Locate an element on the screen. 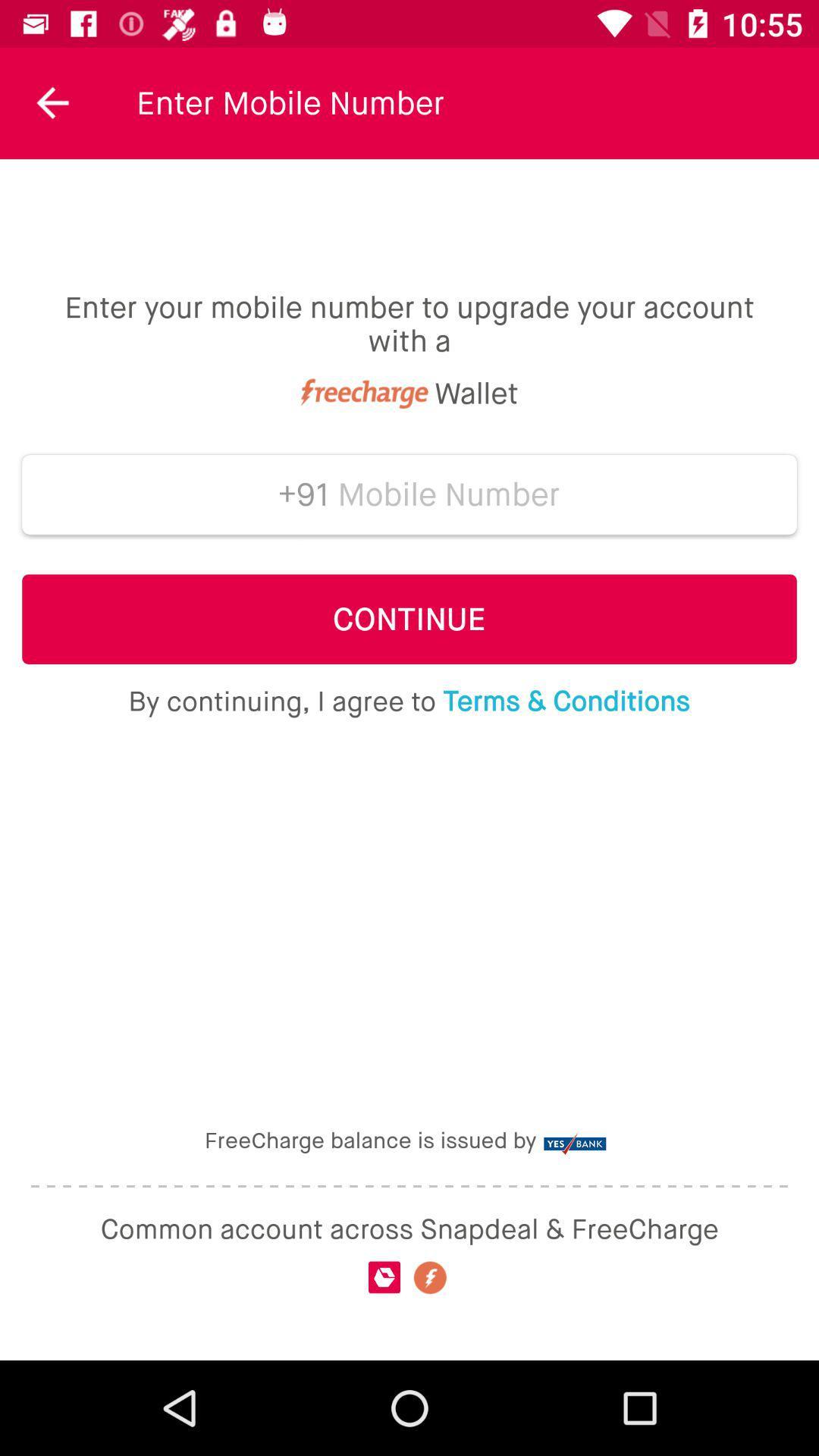  the left arrow is located at coordinates (52, 102).